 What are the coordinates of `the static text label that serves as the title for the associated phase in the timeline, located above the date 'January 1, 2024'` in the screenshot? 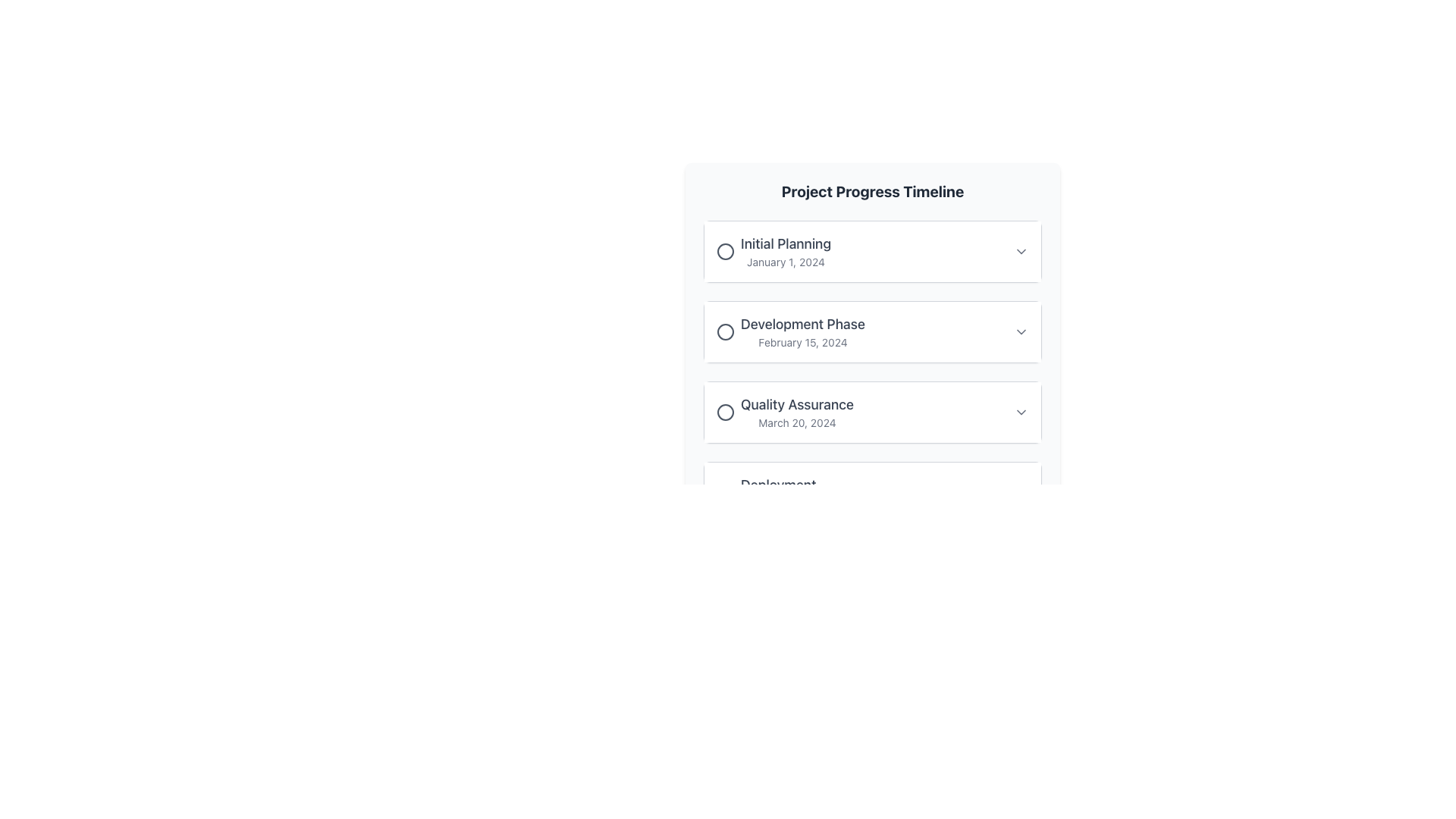 It's located at (786, 243).